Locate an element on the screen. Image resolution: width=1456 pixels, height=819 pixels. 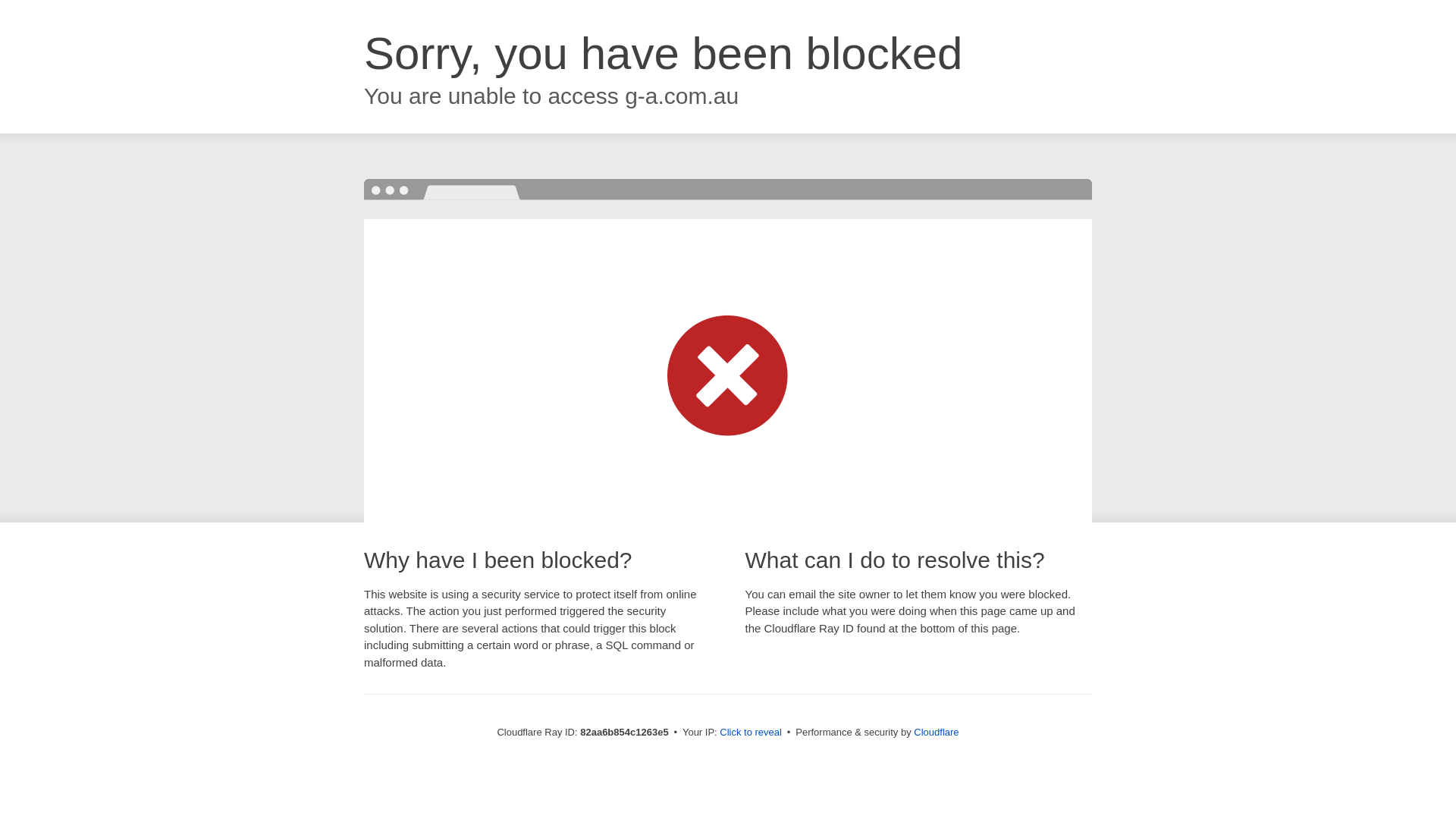
'Cloudflare' is located at coordinates (935, 731).